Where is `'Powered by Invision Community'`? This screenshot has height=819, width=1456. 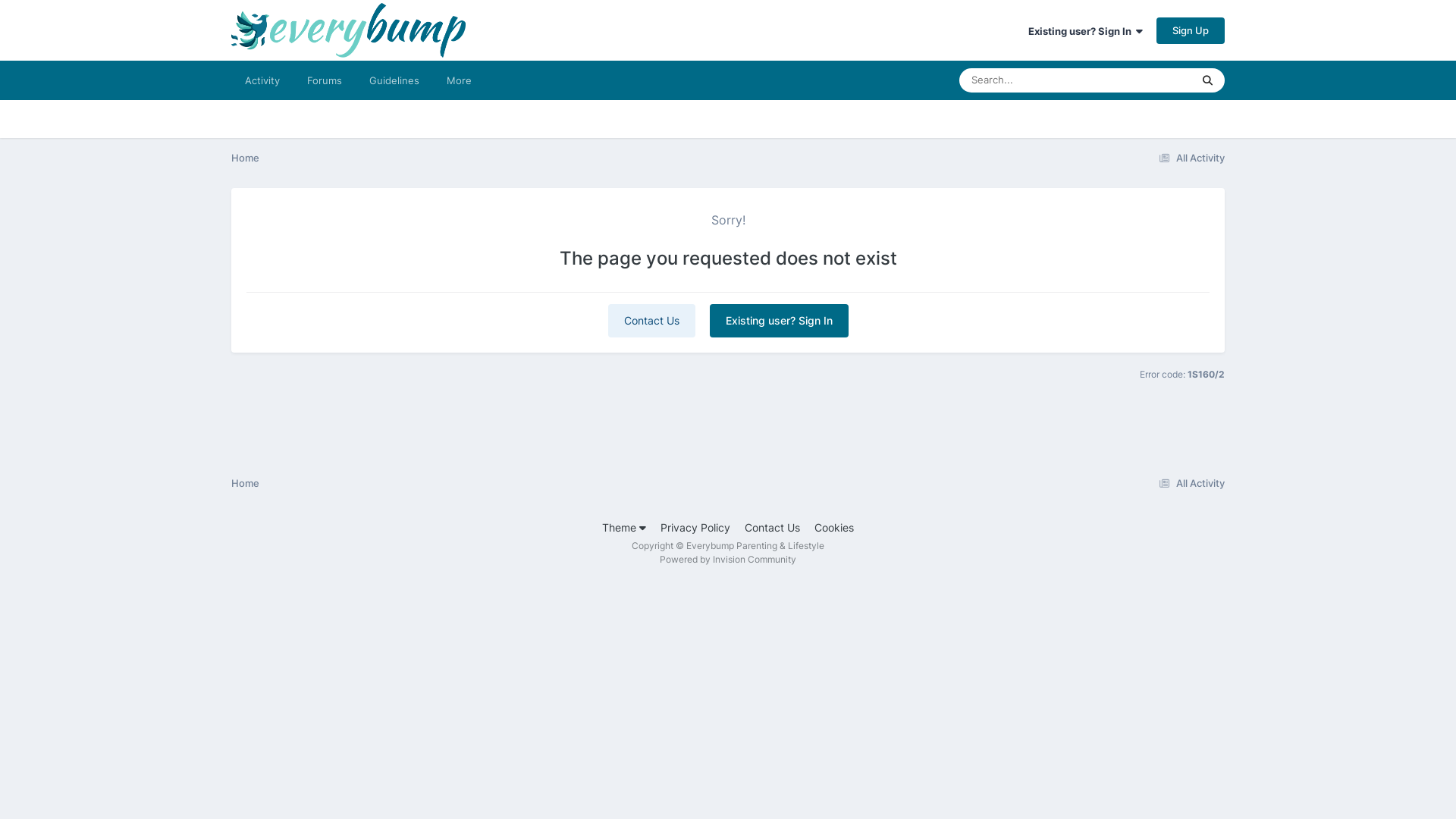 'Powered by Invision Community' is located at coordinates (728, 559).